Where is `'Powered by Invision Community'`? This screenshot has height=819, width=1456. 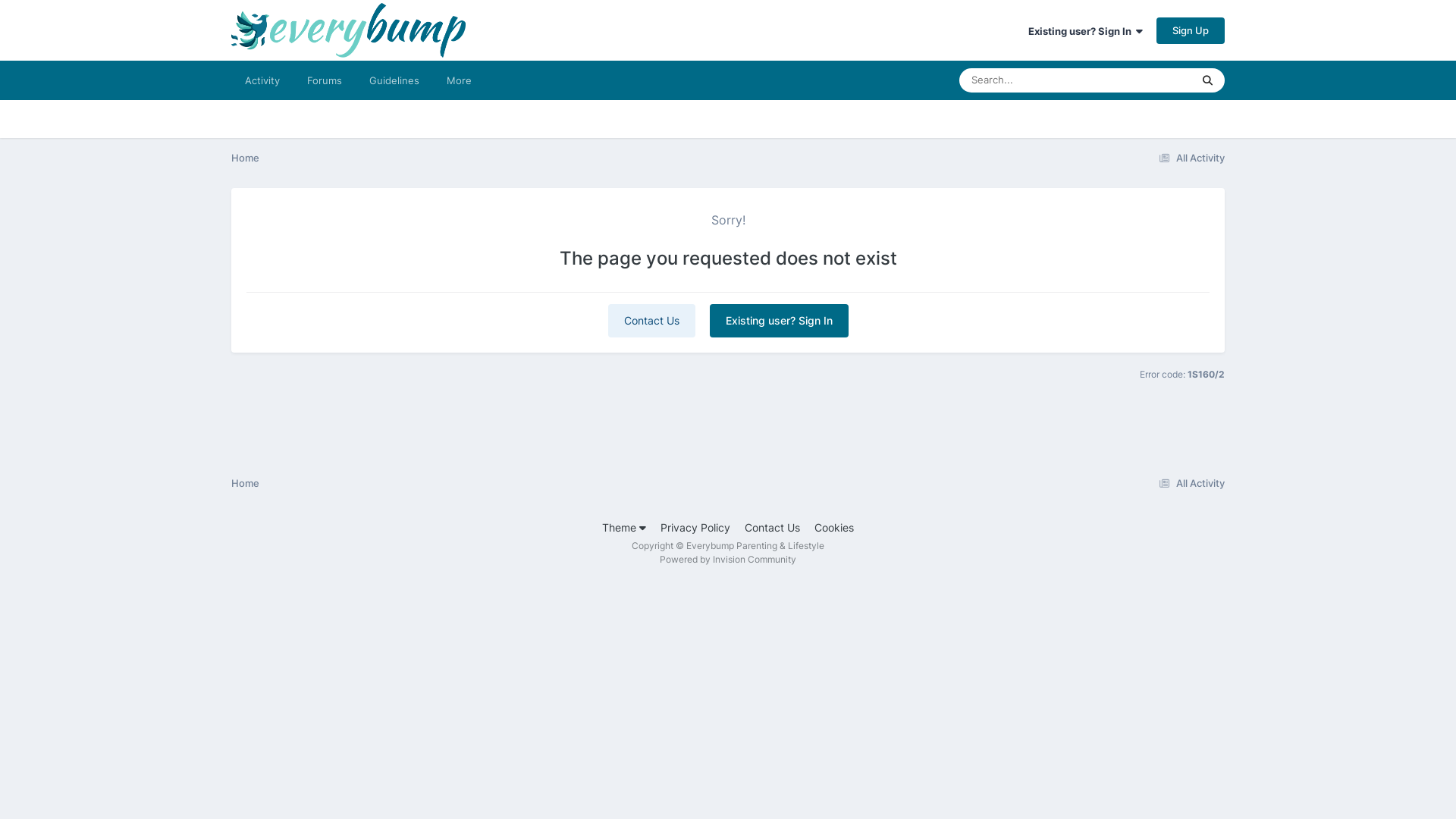 'Powered by Invision Community' is located at coordinates (728, 559).